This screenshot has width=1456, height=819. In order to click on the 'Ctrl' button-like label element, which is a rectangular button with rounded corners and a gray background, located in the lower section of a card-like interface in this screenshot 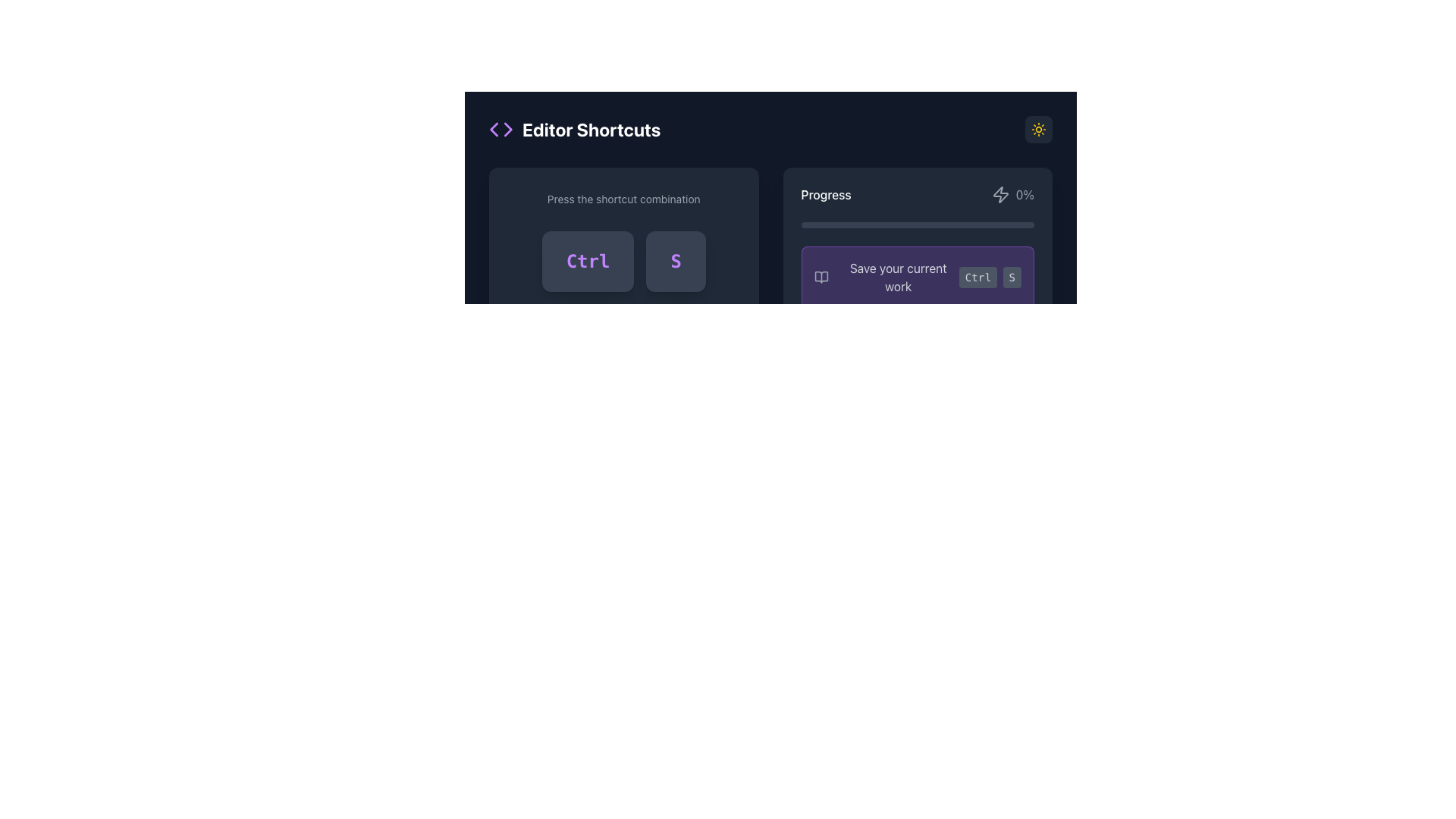, I will do `click(977, 278)`.